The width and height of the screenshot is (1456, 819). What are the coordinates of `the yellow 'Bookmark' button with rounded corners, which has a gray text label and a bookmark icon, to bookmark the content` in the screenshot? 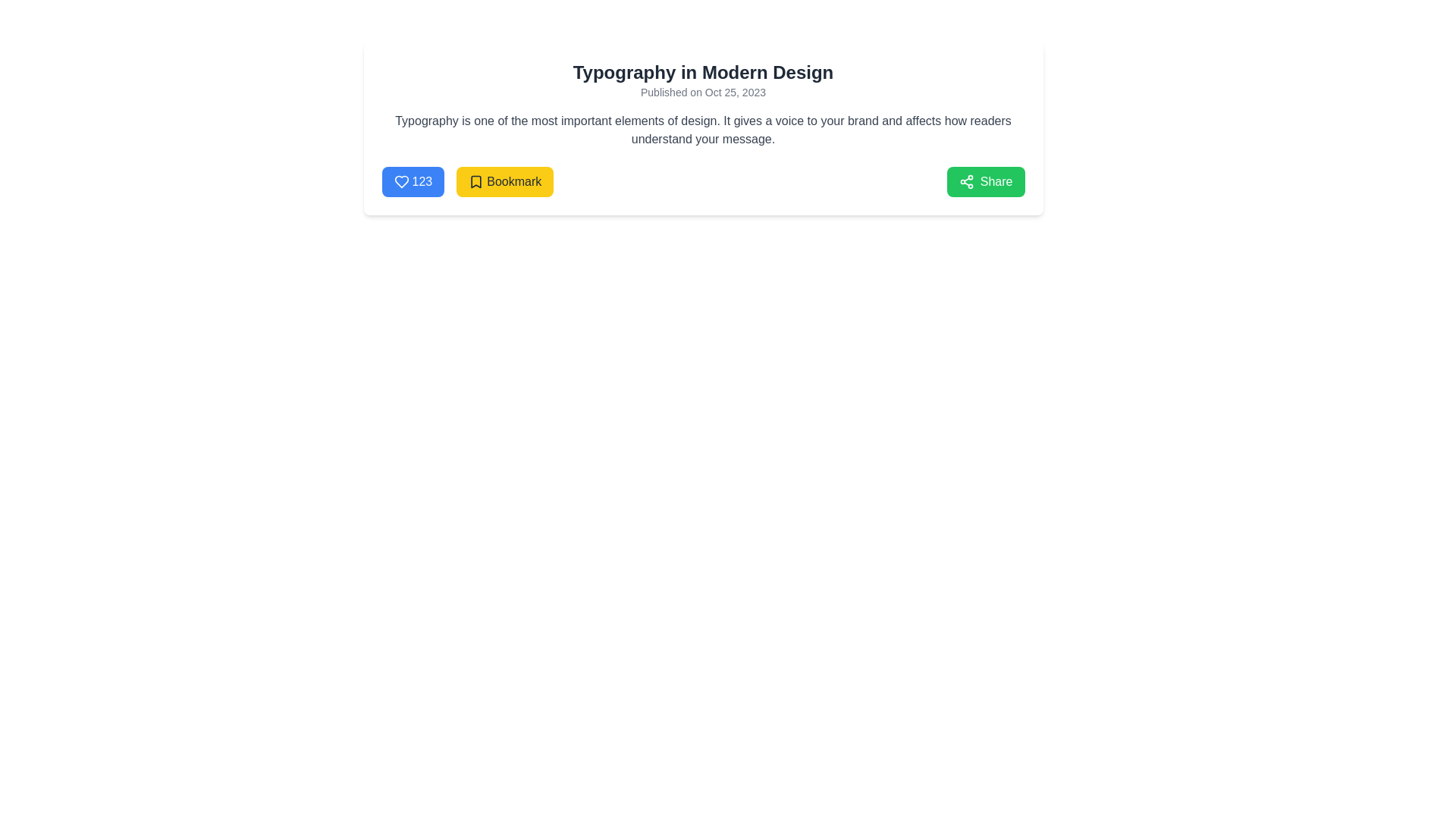 It's located at (505, 180).